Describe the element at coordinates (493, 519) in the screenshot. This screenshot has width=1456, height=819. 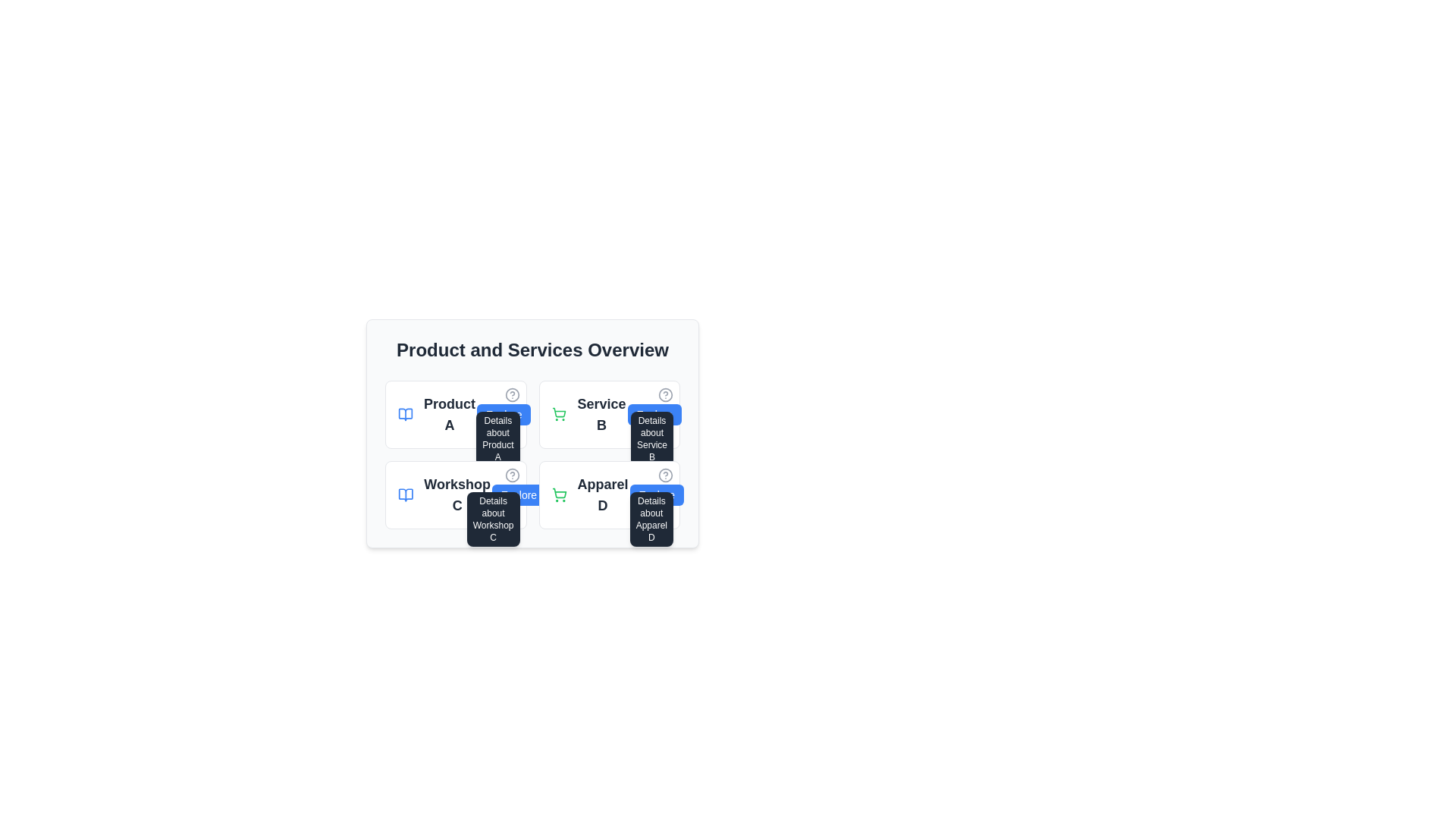
I see `the tooltip displaying 'Details about Workshop C', which has a dark background and white text, located below the question mark icon for 'Workshop C'` at that location.